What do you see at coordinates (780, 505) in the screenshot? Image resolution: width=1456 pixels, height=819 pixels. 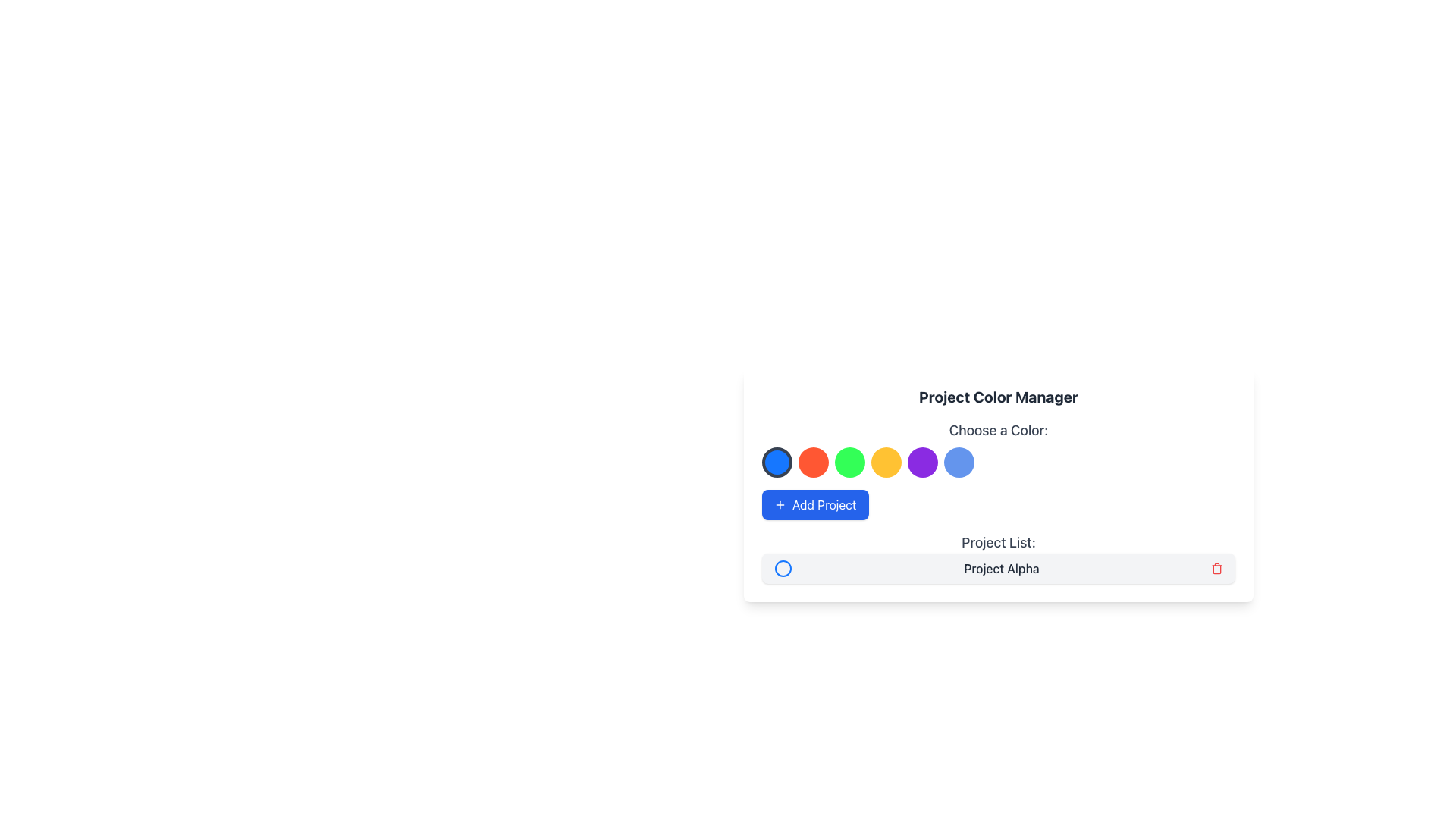 I see `the small plus sign icon located on the left side of the 'Add Project' button` at bounding box center [780, 505].